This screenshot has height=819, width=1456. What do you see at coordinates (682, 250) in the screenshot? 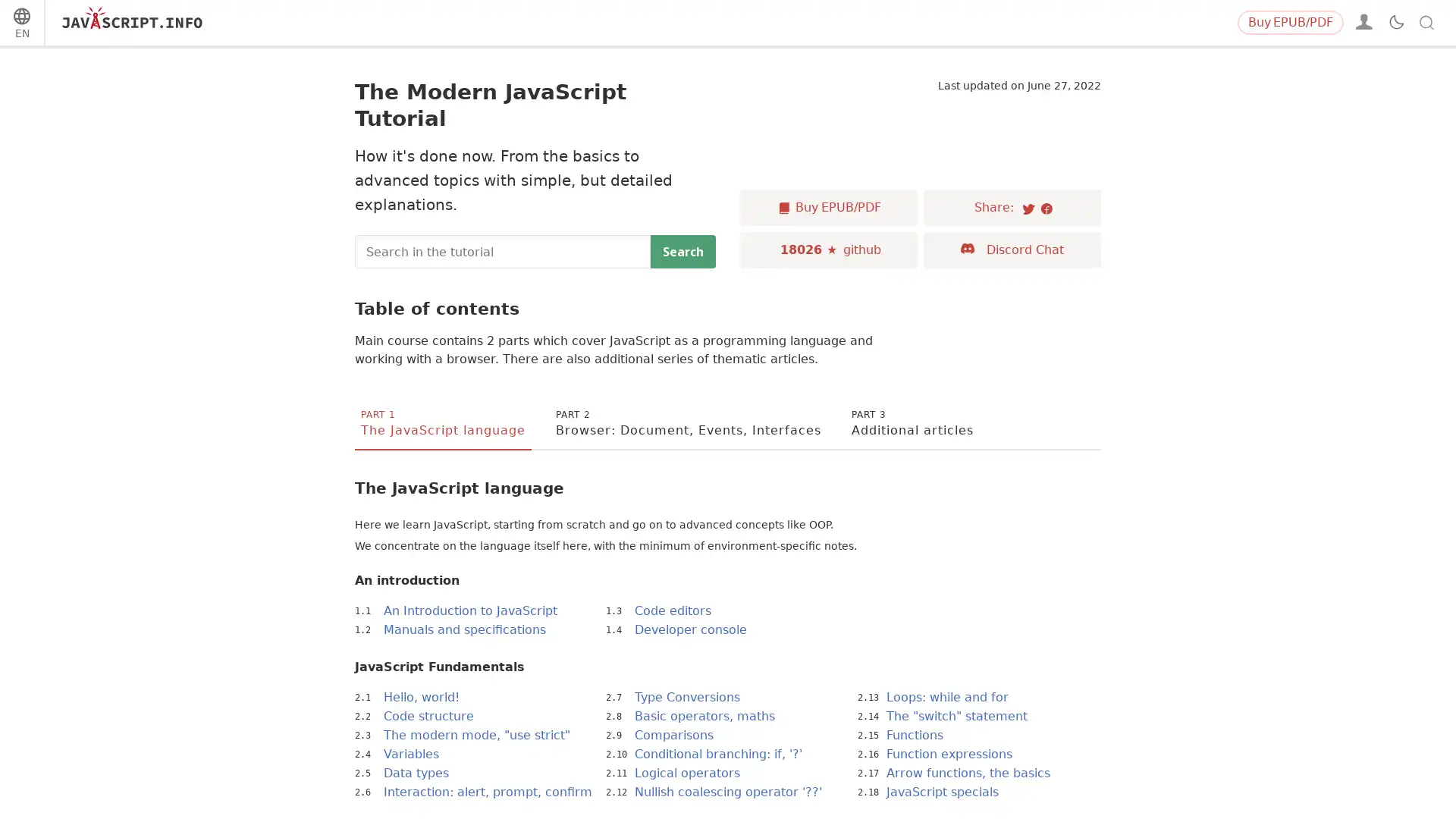
I see `Search` at bounding box center [682, 250].